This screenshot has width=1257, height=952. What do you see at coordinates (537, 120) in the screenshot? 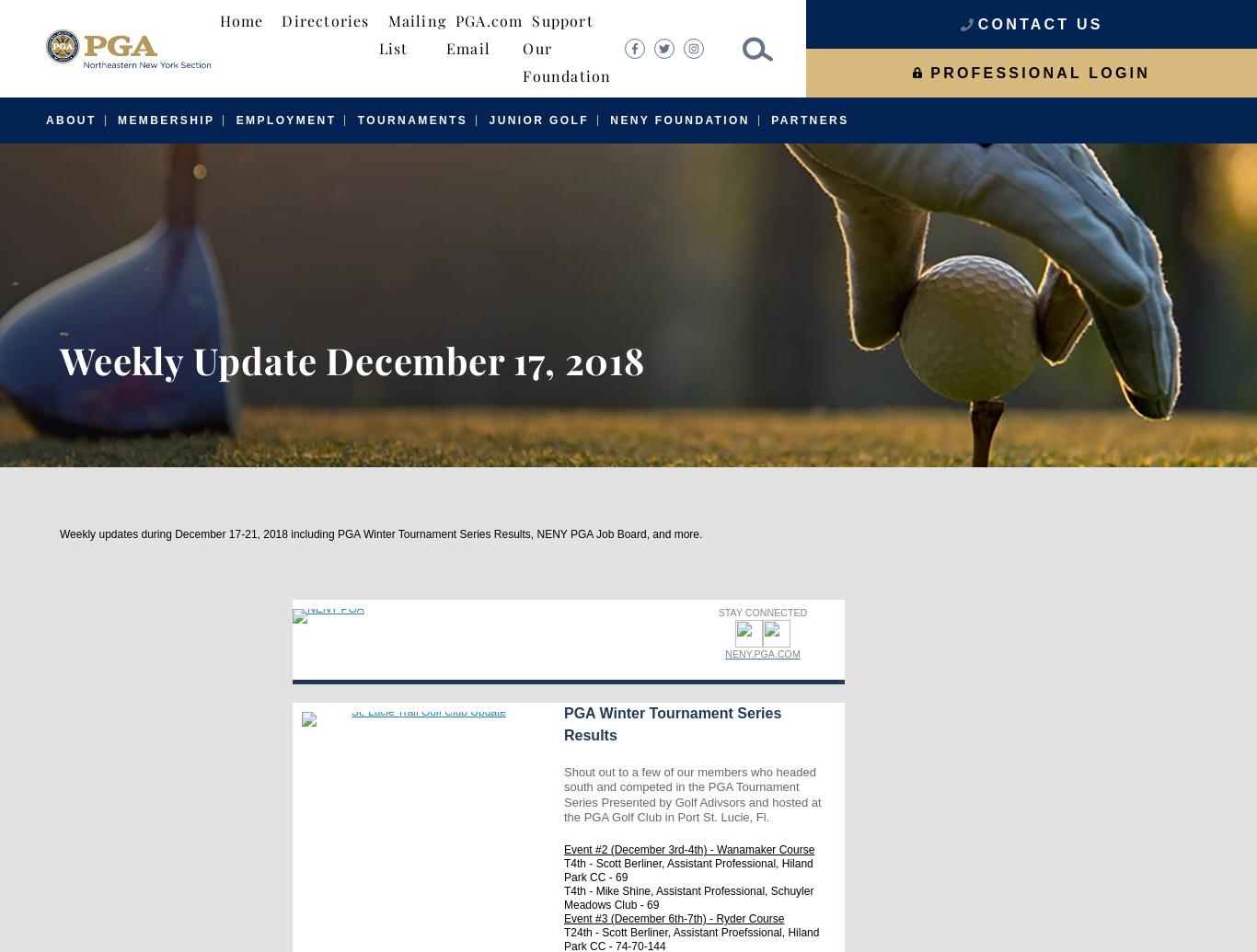
I see `'Junior Golf'` at bounding box center [537, 120].